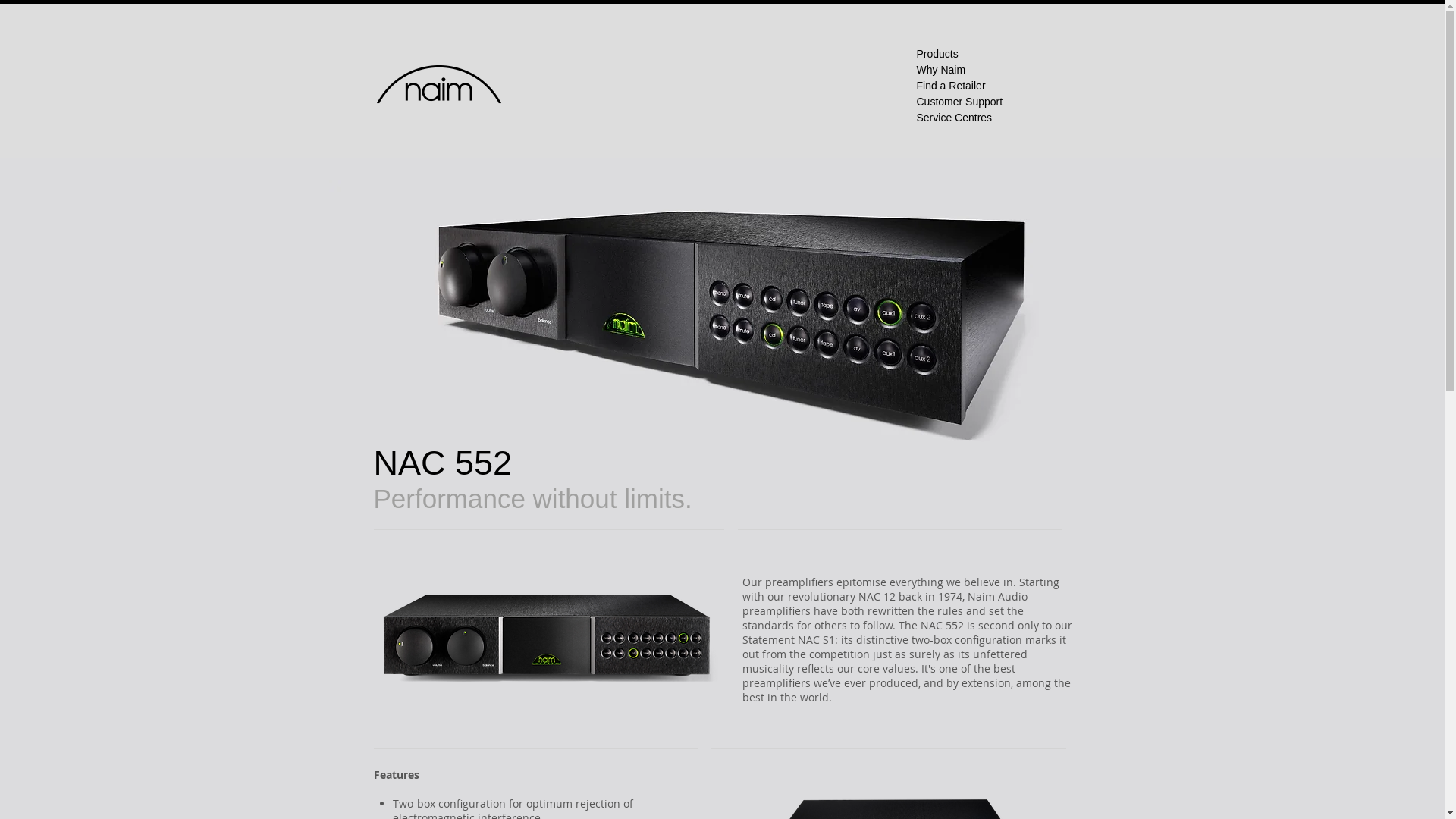 The image size is (1456, 819). What do you see at coordinates (959, 102) in the screenshot?
I see `'Customer Support'` at bounding box center [959, 102].